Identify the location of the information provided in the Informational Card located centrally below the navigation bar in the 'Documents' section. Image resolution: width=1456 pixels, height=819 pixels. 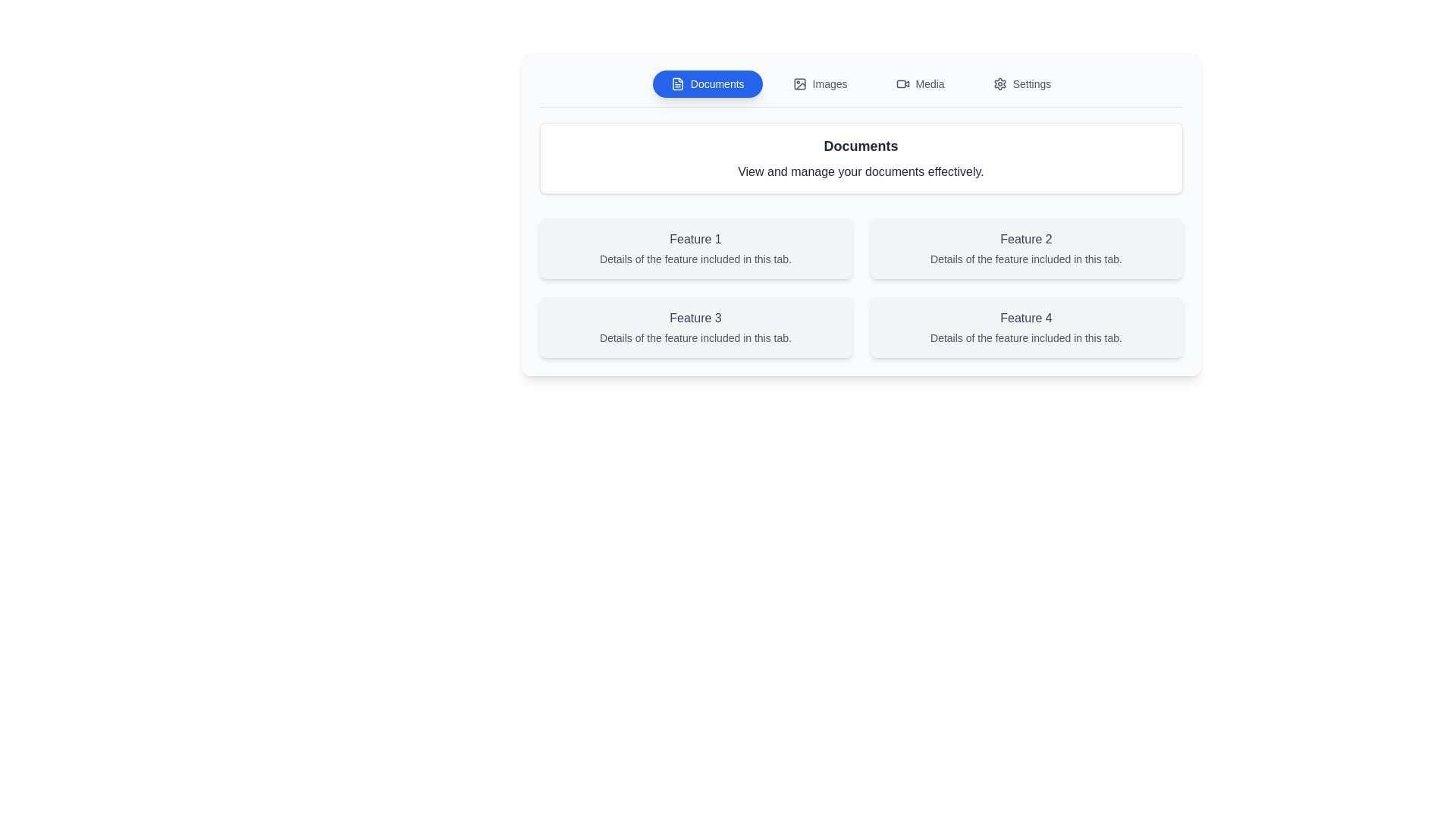
(861, 214).